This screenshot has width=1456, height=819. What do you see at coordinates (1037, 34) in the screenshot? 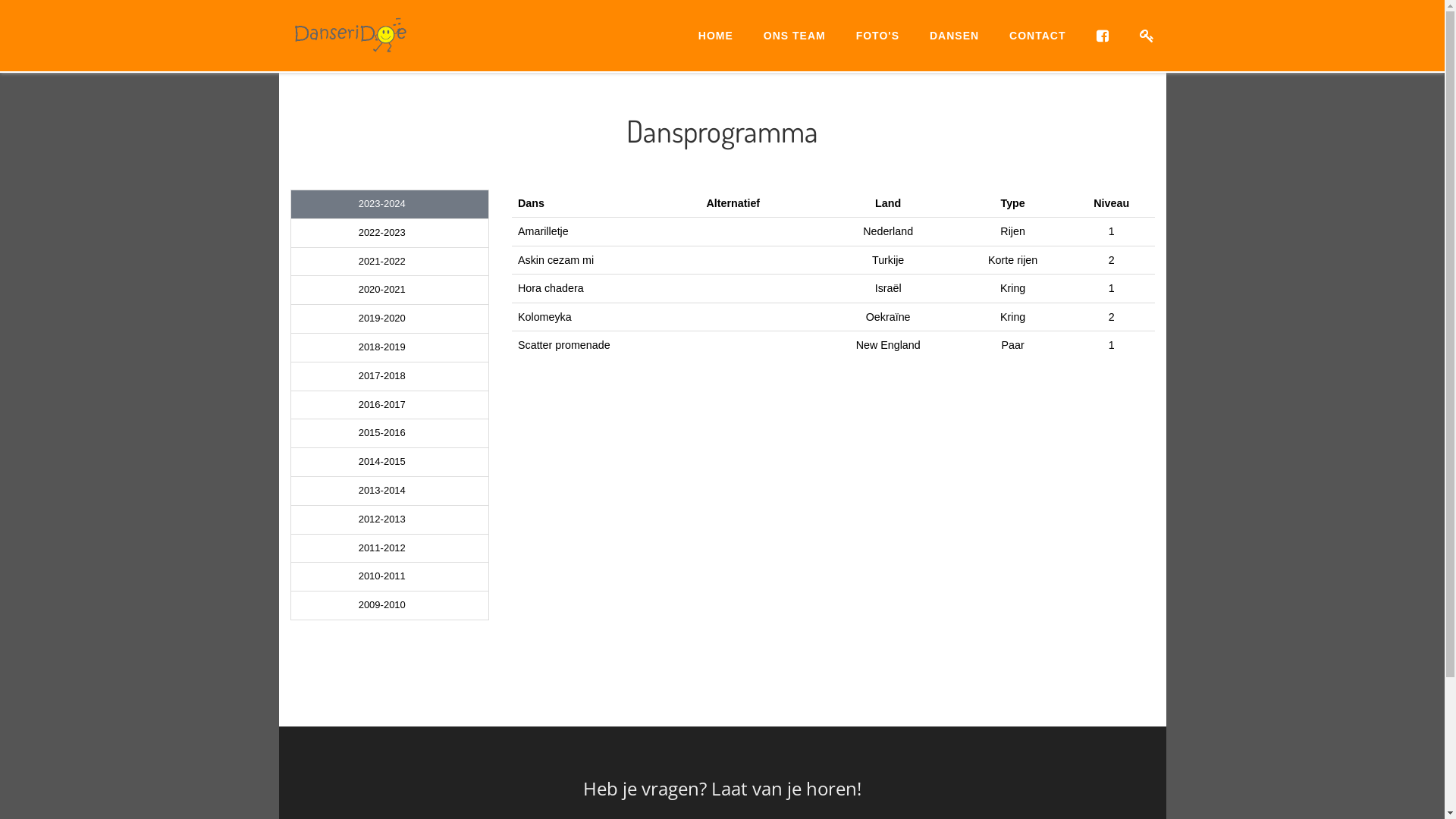
I see `'CONTACT'` at bounding box center [1037, 34].